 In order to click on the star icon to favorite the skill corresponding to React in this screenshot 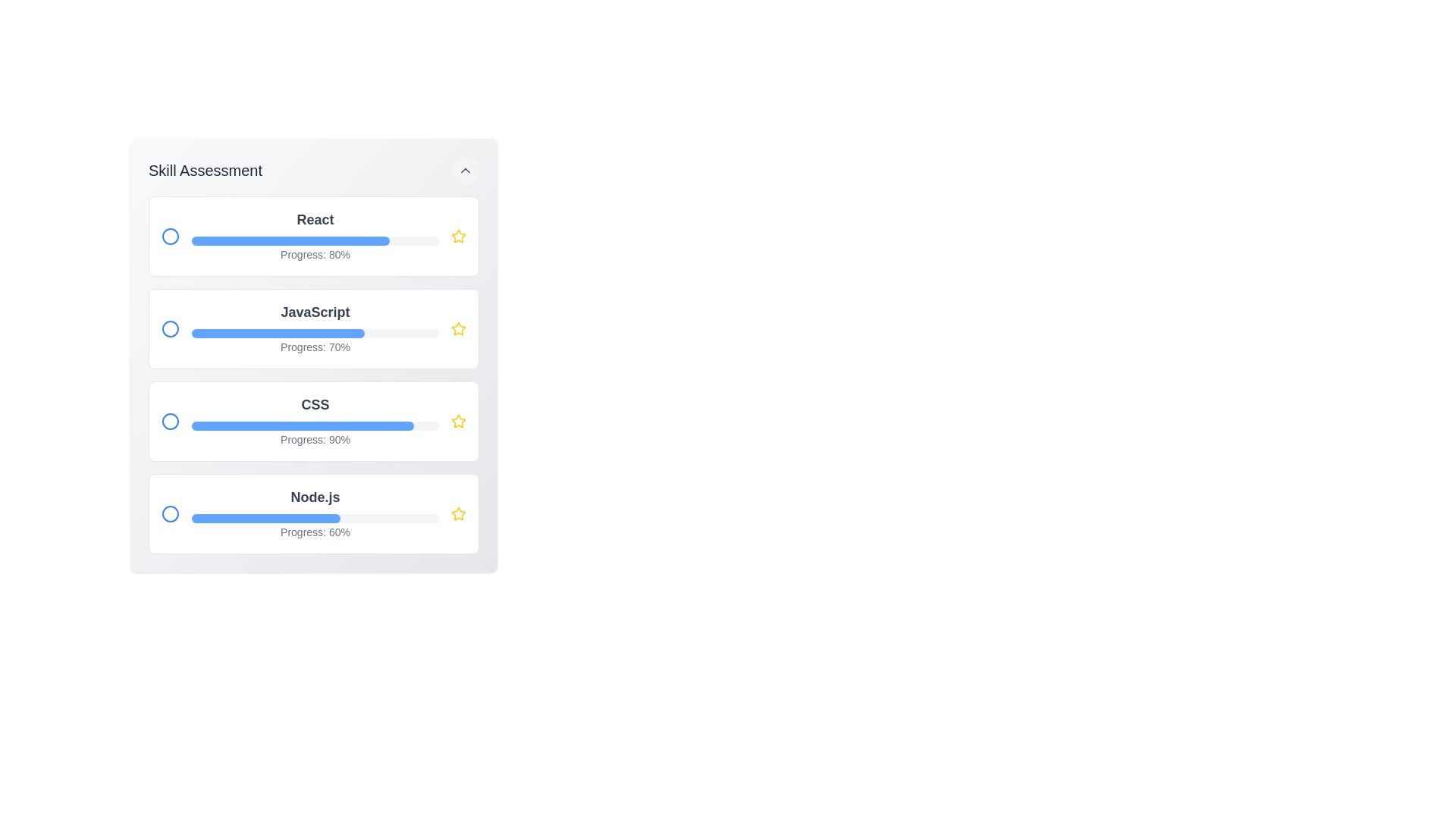, I will do `click(457, 237)`.